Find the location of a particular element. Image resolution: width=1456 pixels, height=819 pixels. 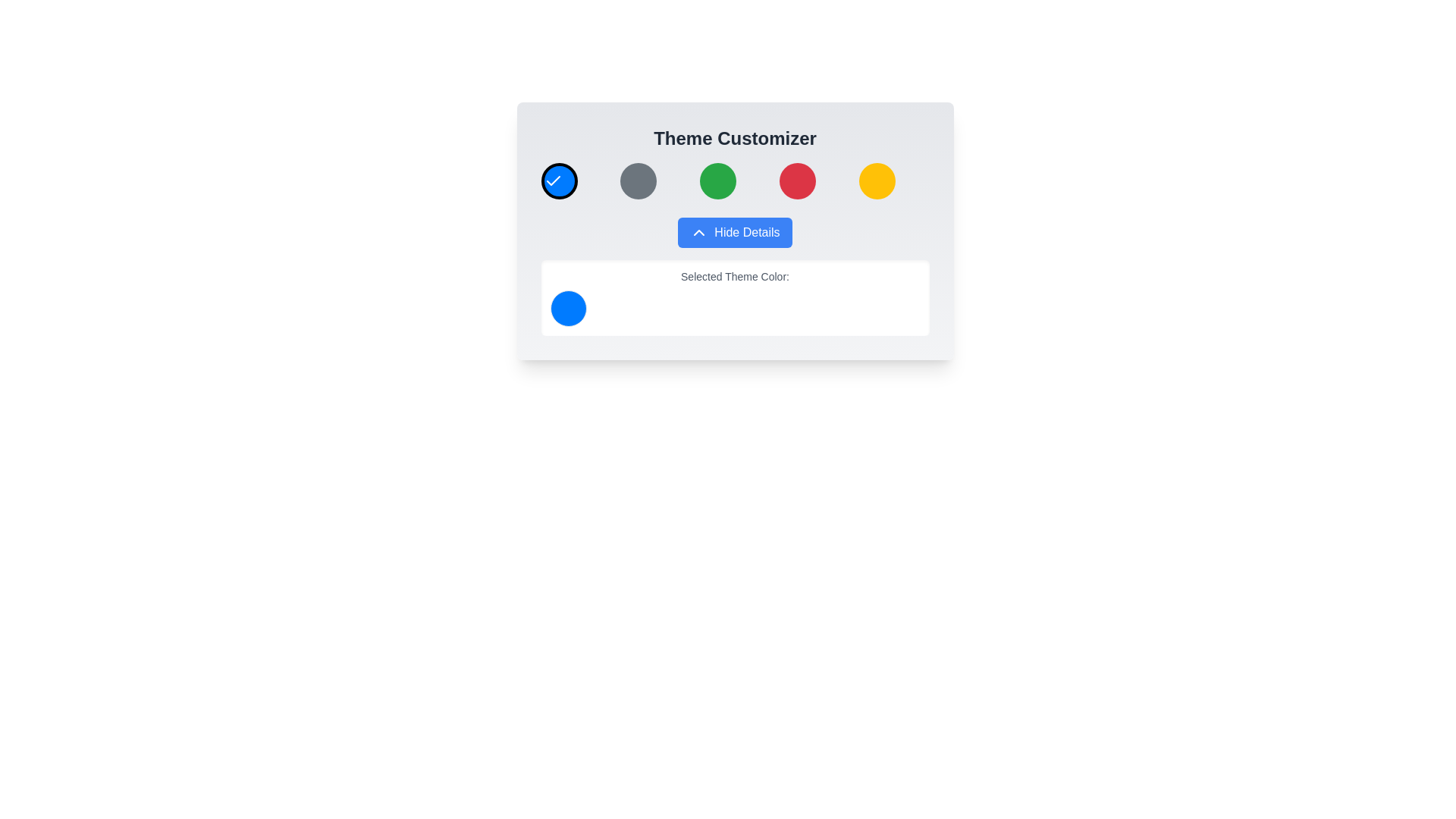

the second circular button in the 'Theme Customizer' section is located at coordinates (639, 180).